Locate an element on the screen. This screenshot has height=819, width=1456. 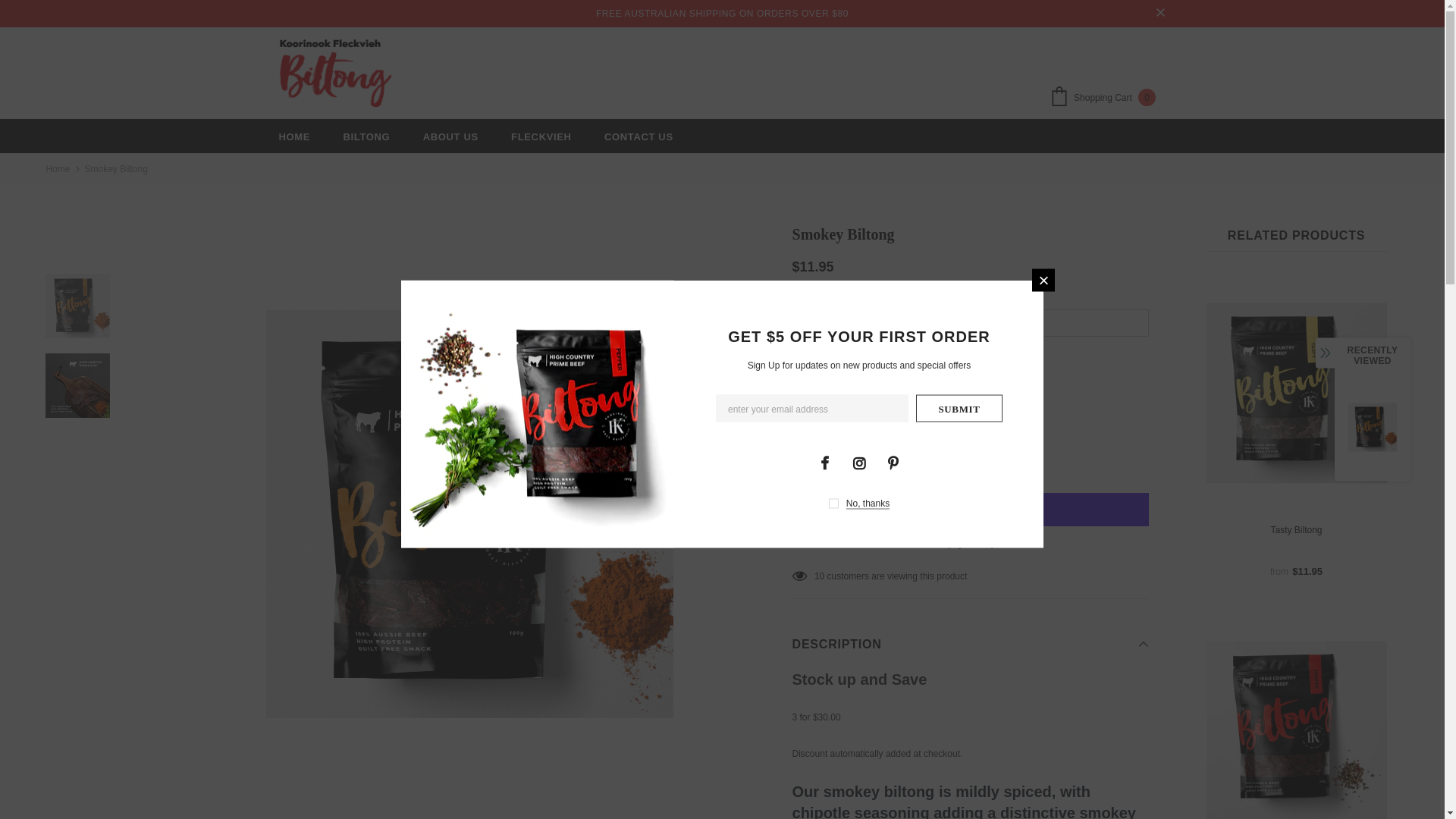
'Shopping Cart 0' is located at coordinates (1106, 99).